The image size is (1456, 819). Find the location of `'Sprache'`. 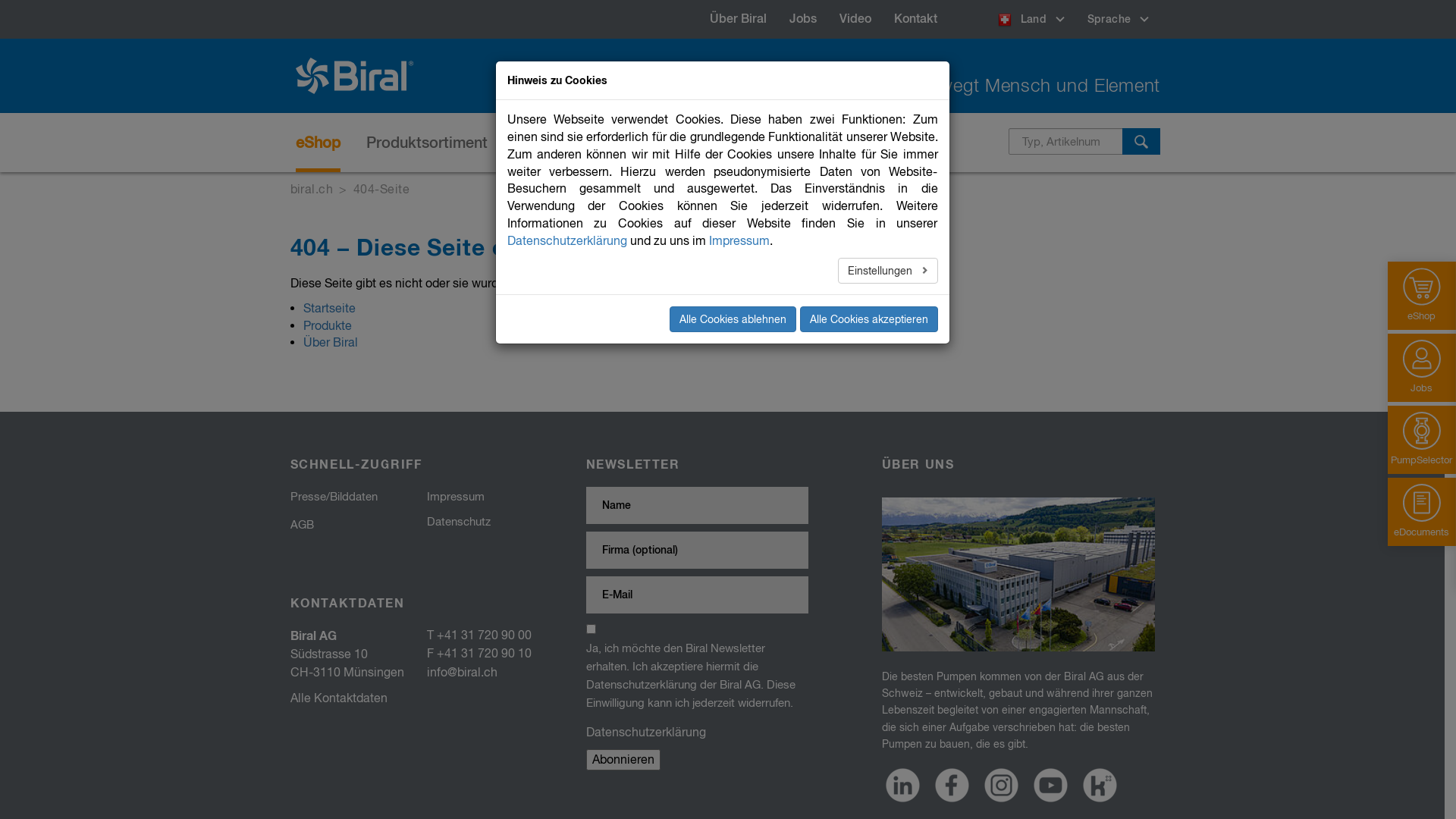

'Sprache' is located at coordinates (1118, 18).